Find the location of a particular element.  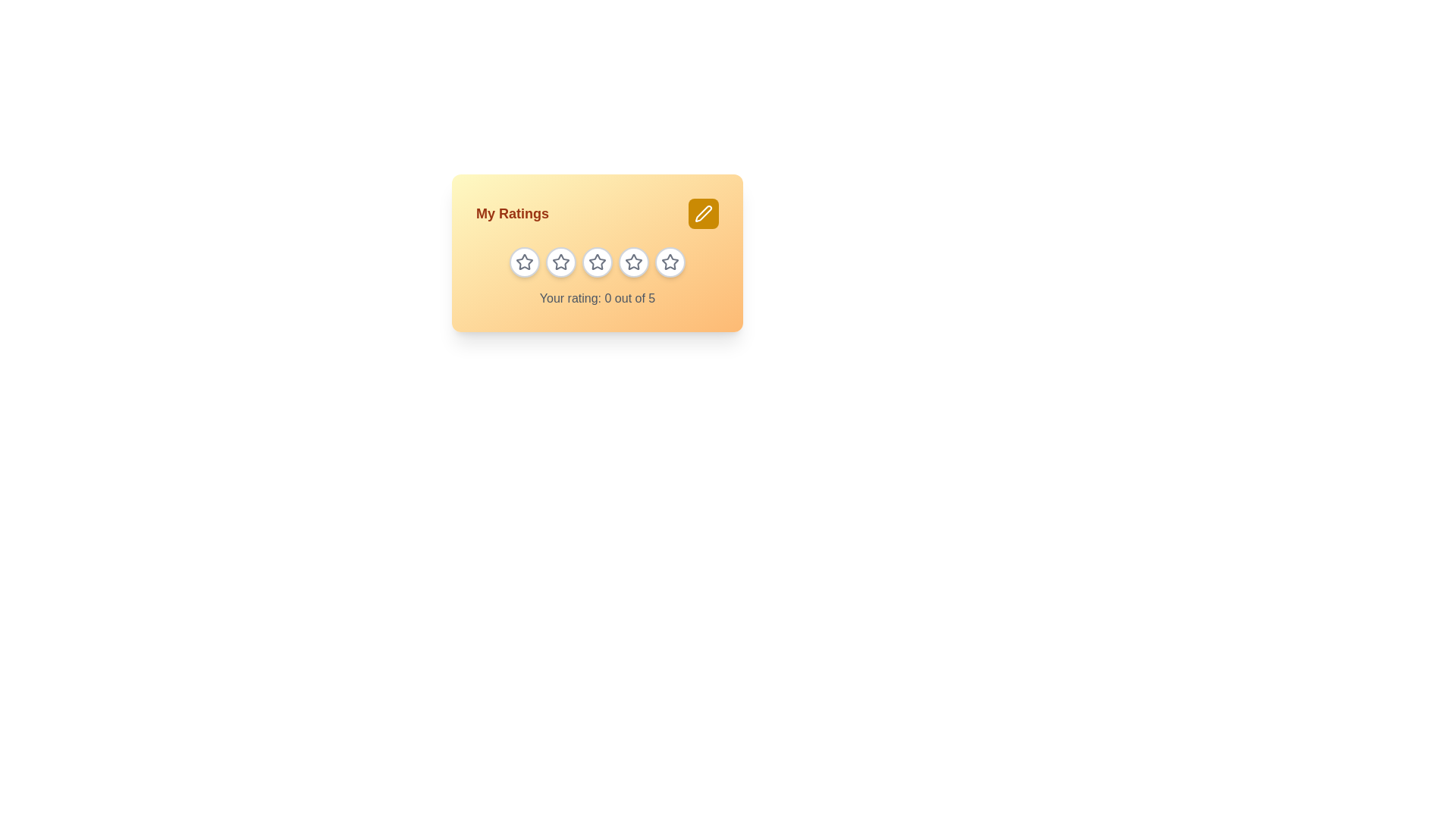

one of the interactive star icons in the 'My Ratings' section of the Interactive rating widget is located at coordinates (596, 253).